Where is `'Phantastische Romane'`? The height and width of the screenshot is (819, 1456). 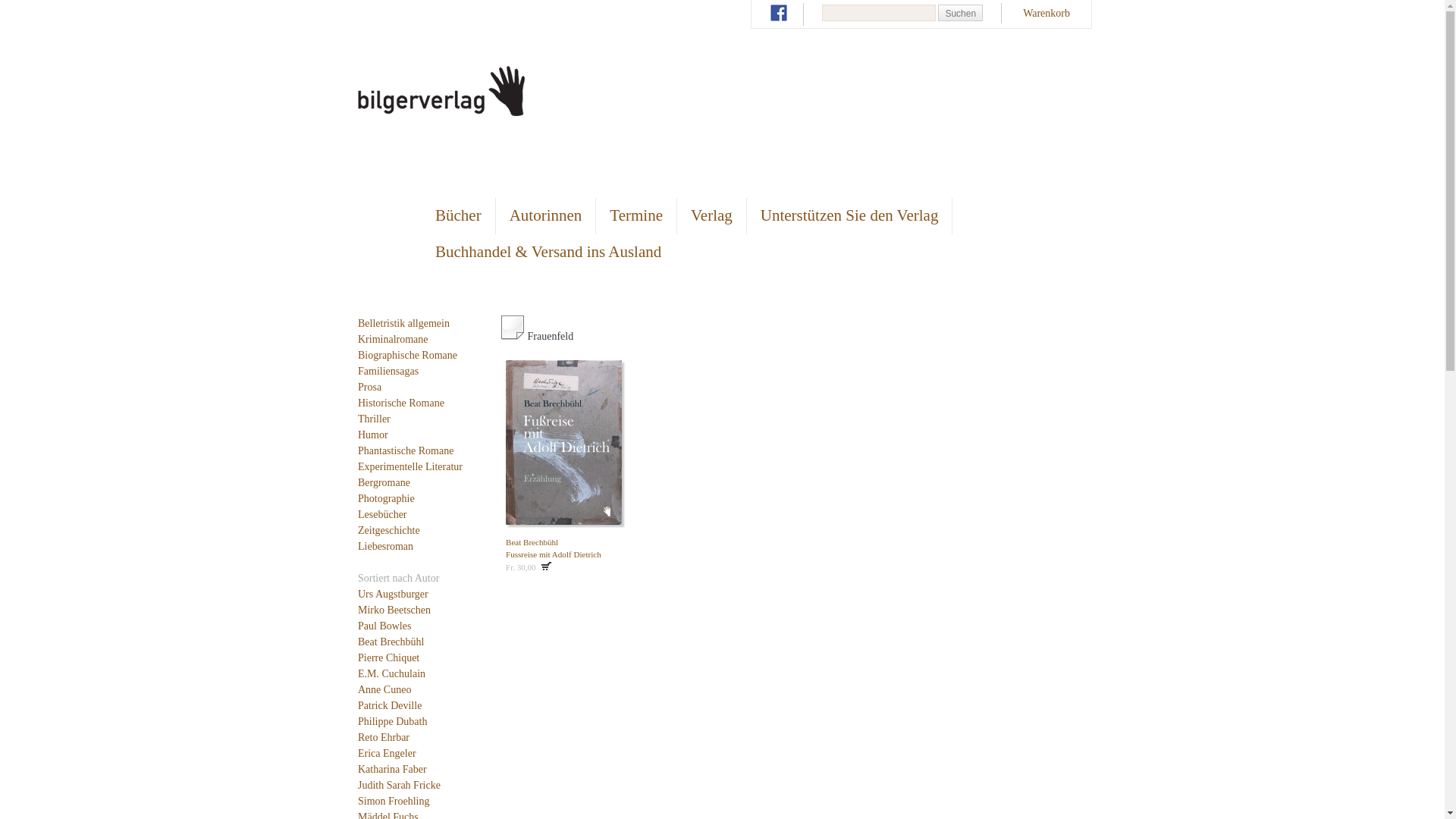
'Phantastische Romane' is located at coordinates (405, 449).